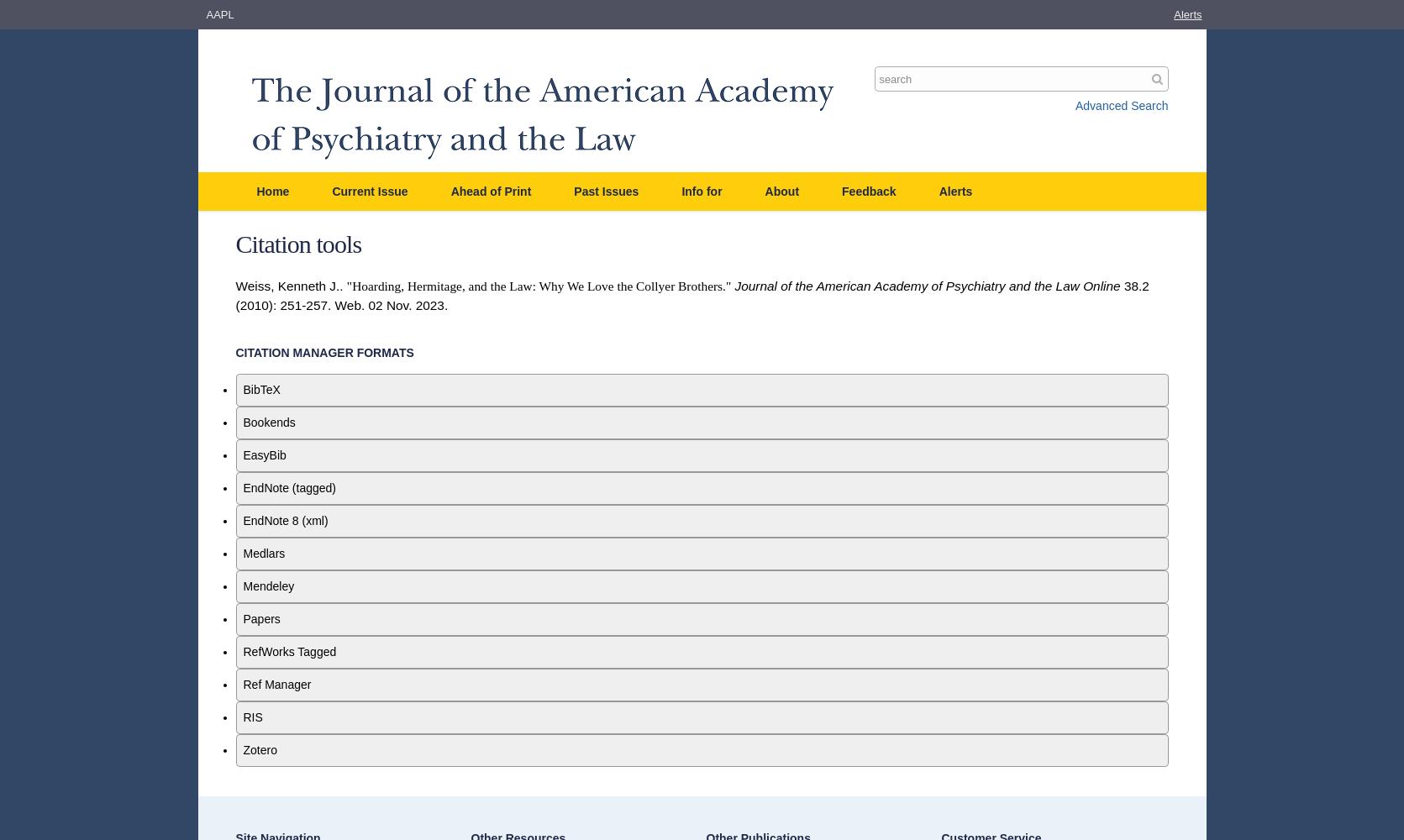  I want to click on 'Alerts', so click(1186, 13).